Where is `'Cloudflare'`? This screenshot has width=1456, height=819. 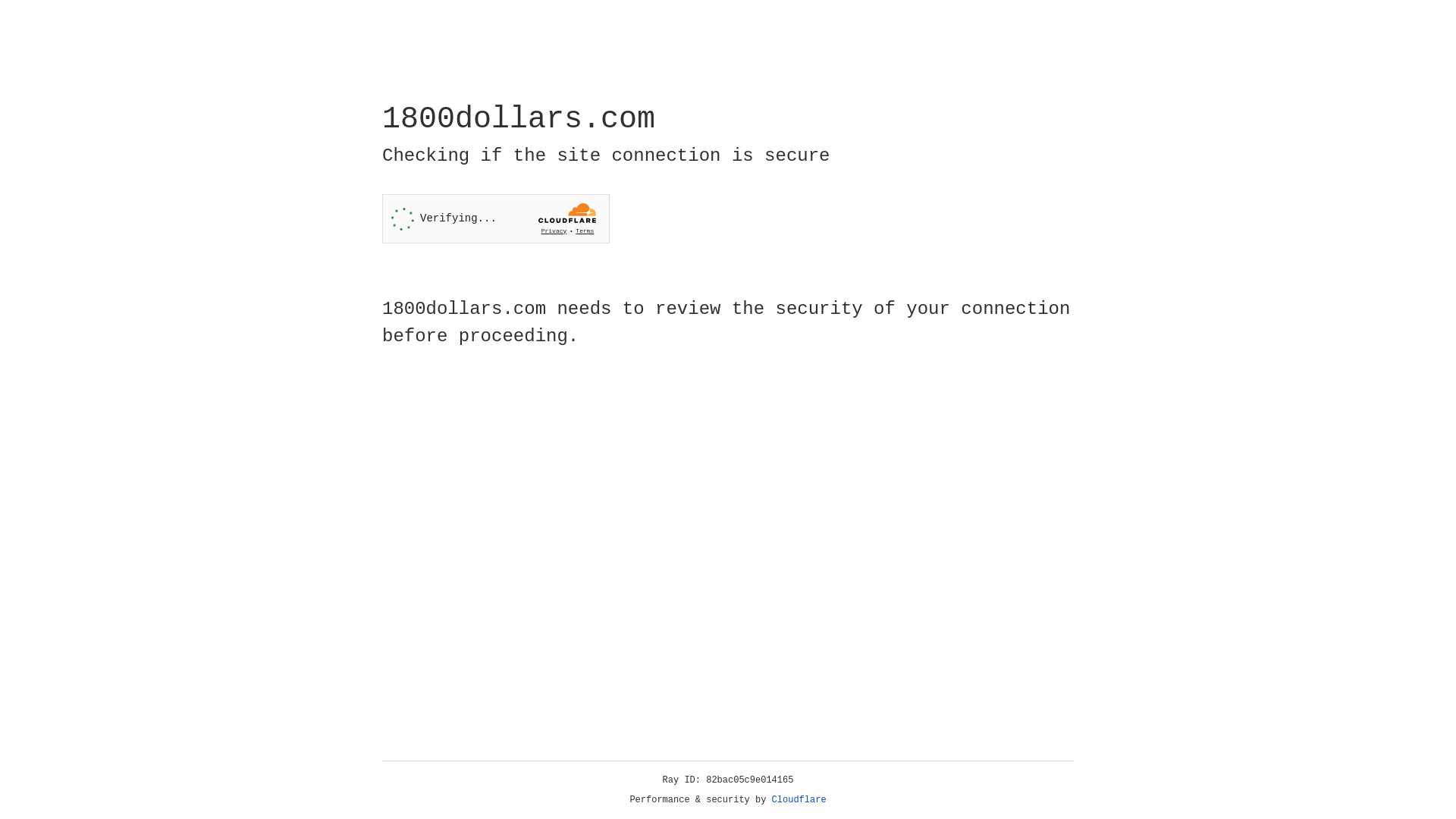
'Cloudflare' is located at coordinates (799, 799).